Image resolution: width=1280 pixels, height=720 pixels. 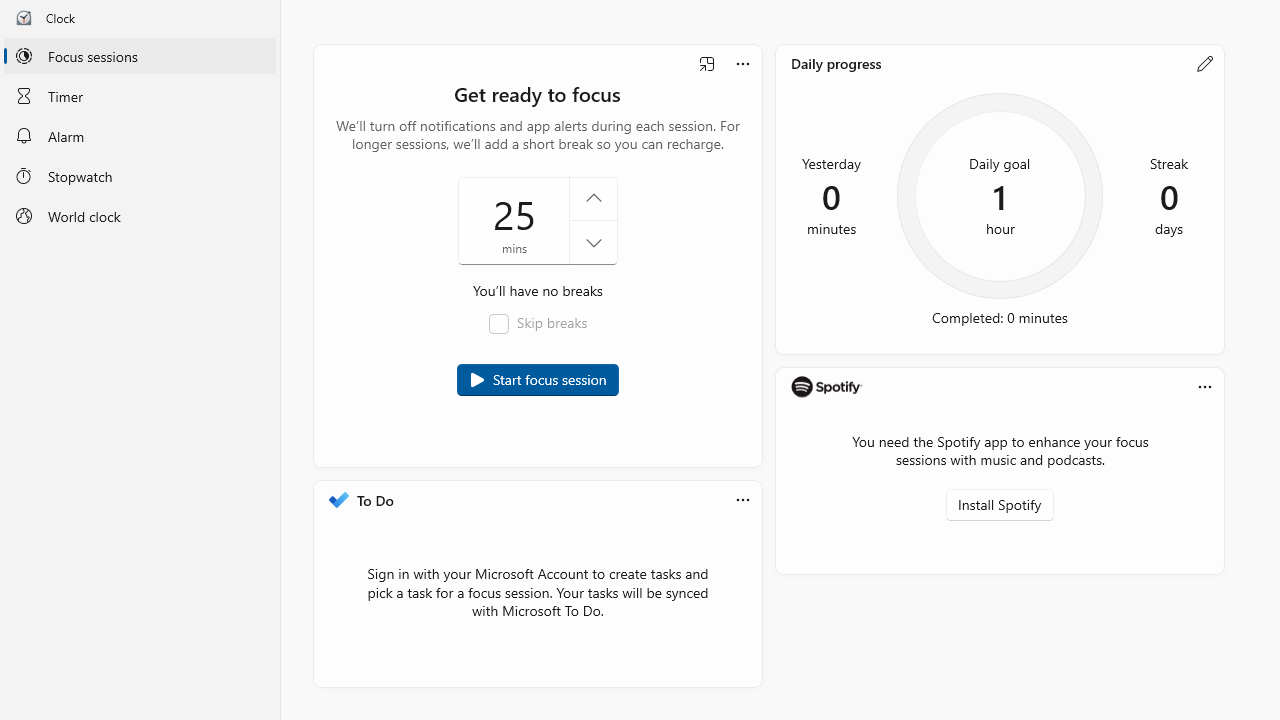 I want to click on 'Stopwatch', so click(x=139, y=174).